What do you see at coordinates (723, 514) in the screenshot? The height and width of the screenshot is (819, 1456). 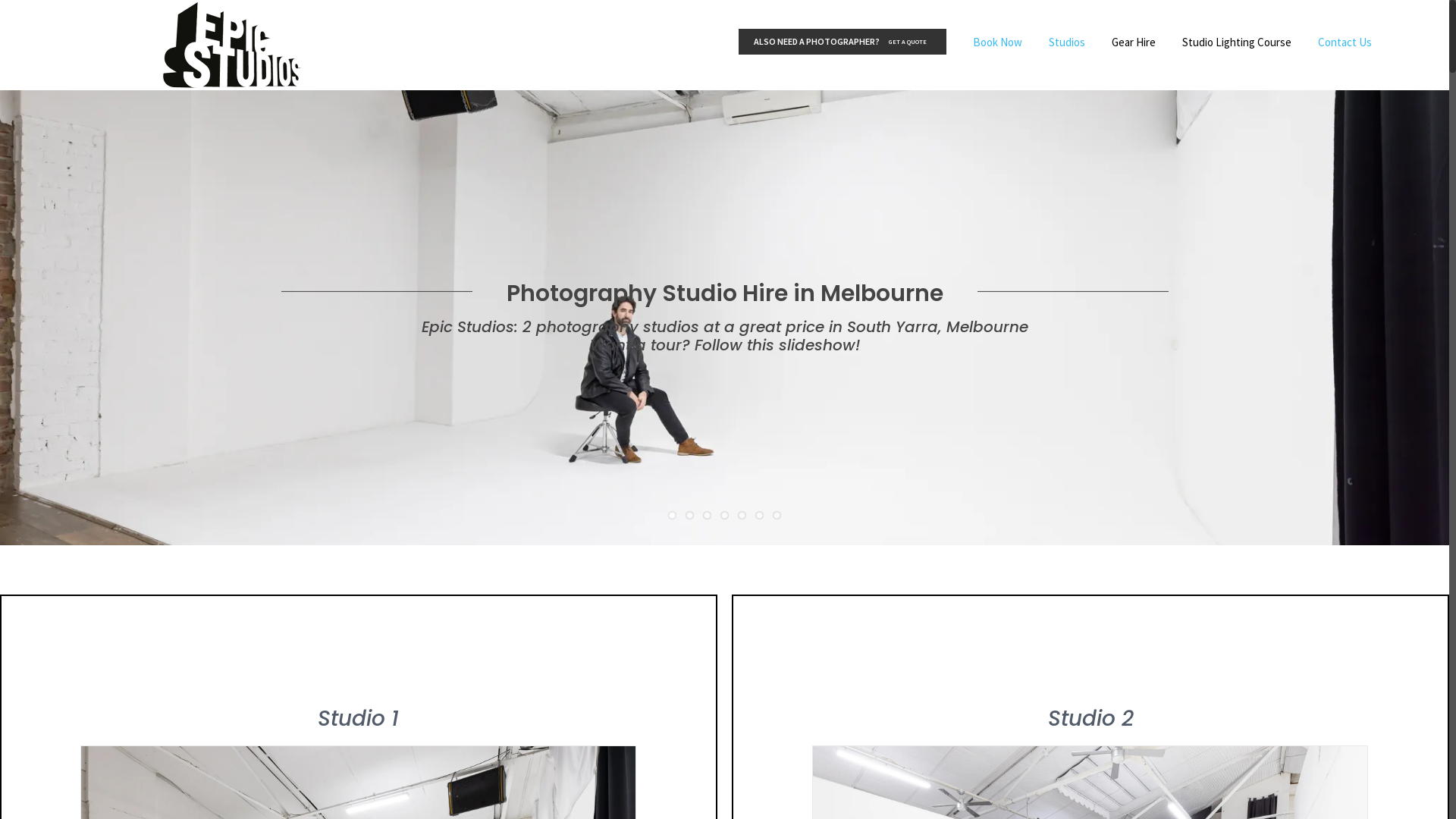 I see `'4'` at bounding box center [723, 514].